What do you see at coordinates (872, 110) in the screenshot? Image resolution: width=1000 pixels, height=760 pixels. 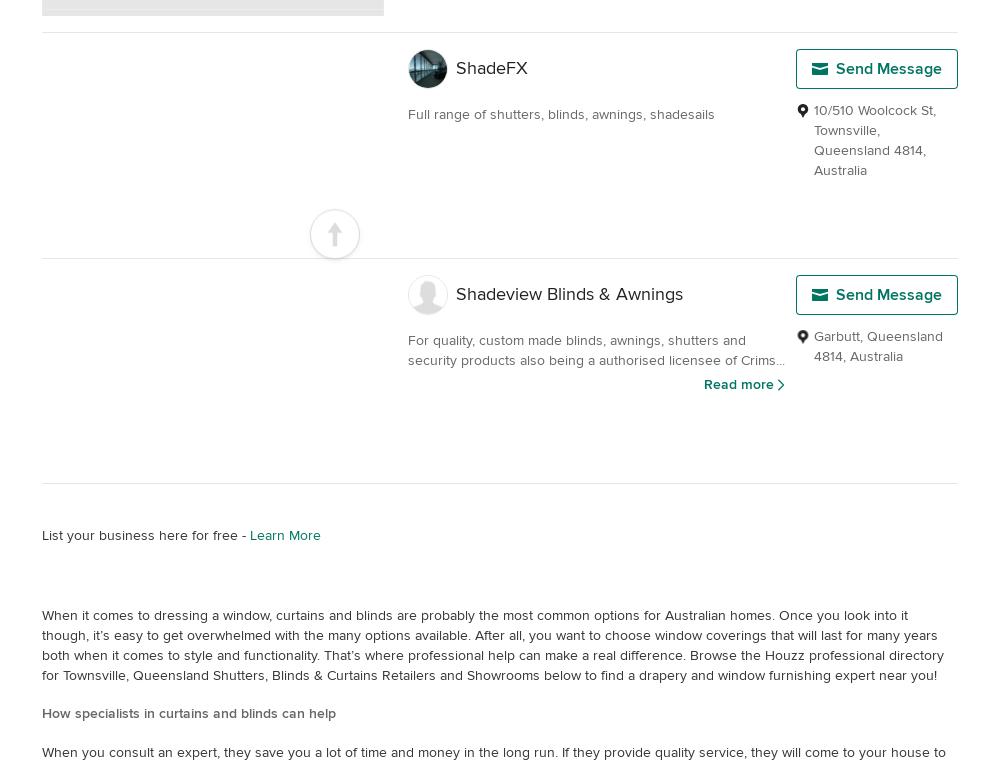 I see `'10/510 Woolcock St'` at bounding box center [872, 110].